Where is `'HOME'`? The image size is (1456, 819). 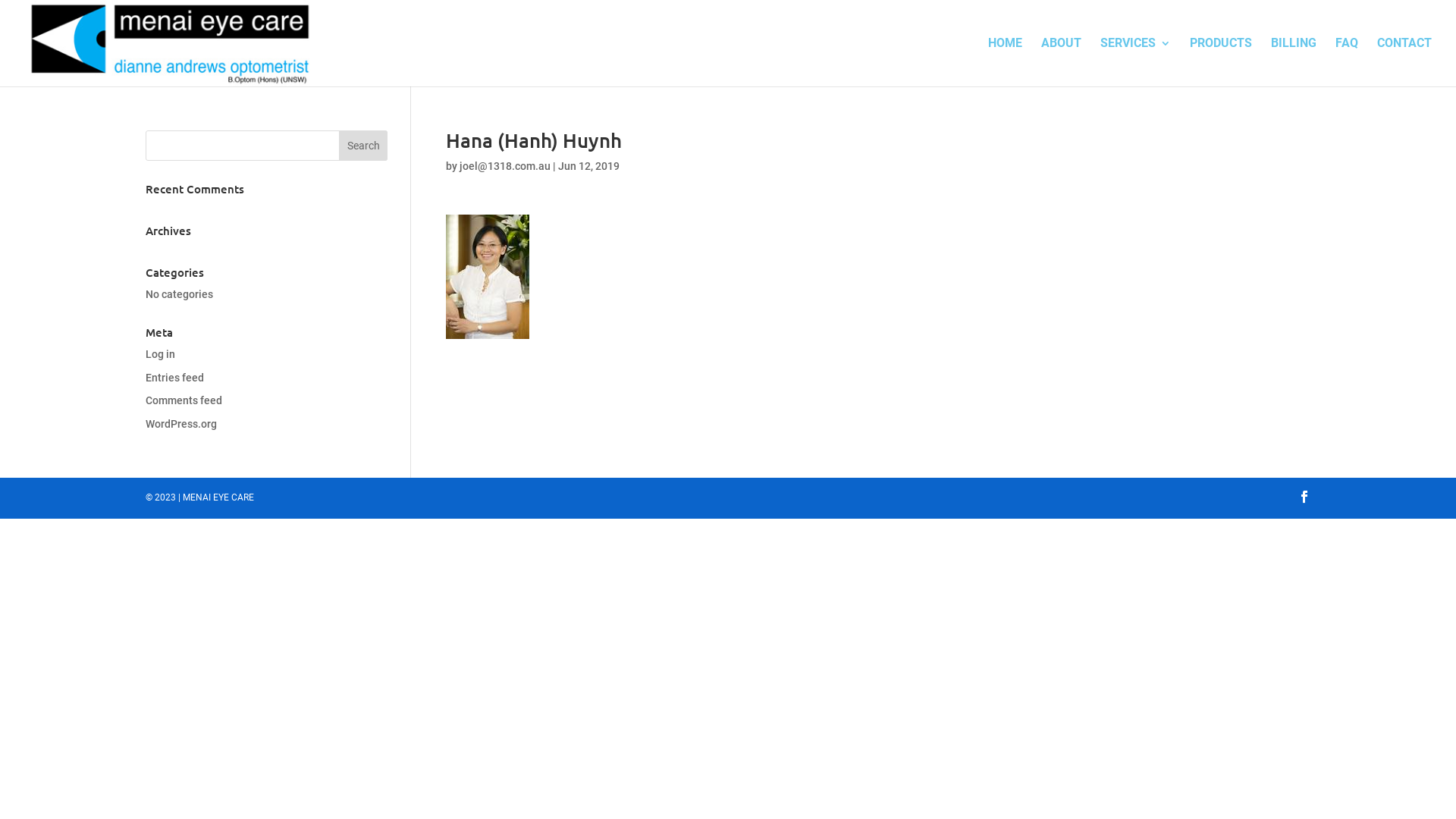 'HOME' is located at coordinates (1005, 61).